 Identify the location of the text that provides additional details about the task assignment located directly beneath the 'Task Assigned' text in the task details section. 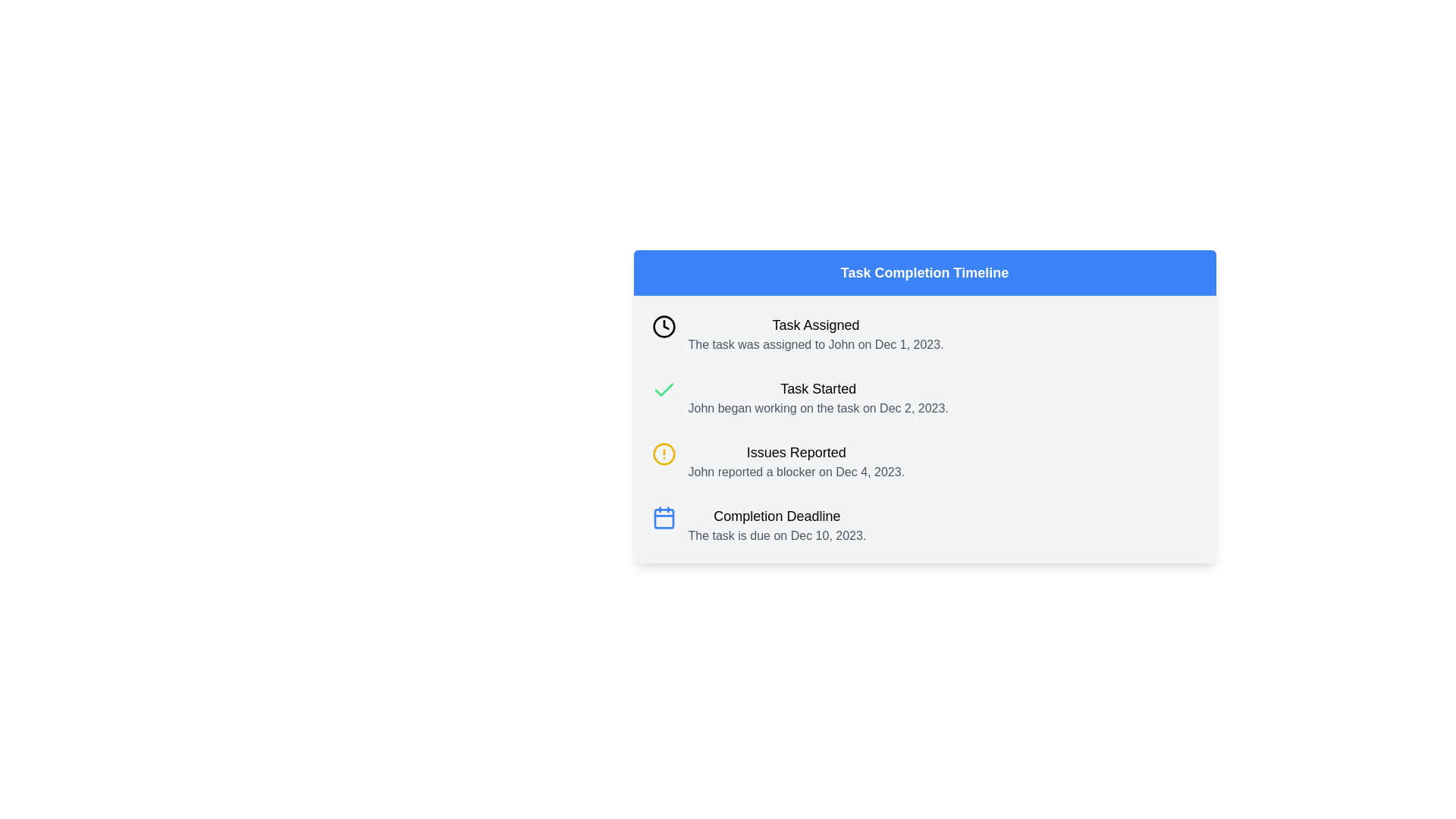
(814, 345).